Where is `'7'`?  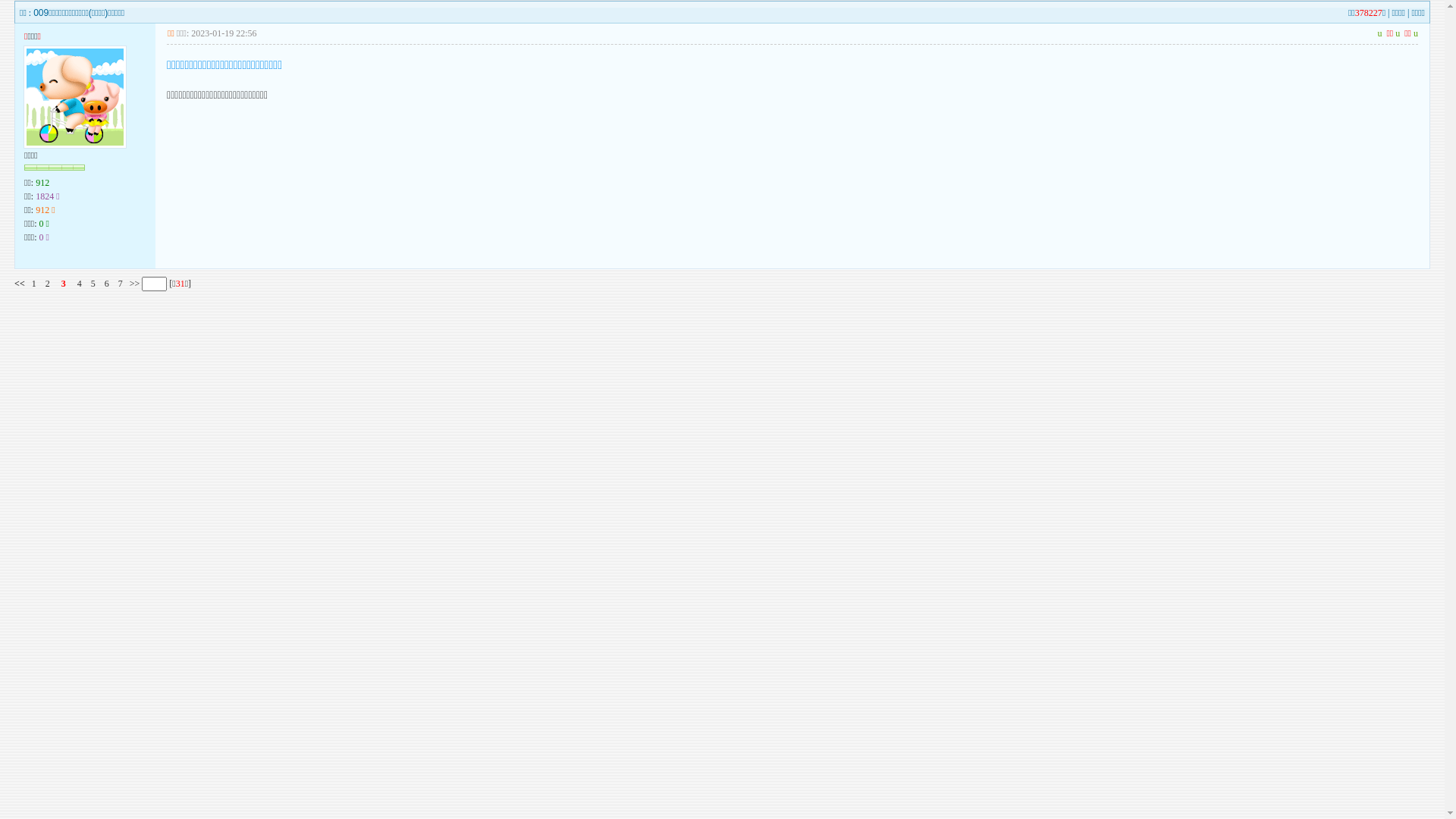
'7' is located at coordinates (119, 284).